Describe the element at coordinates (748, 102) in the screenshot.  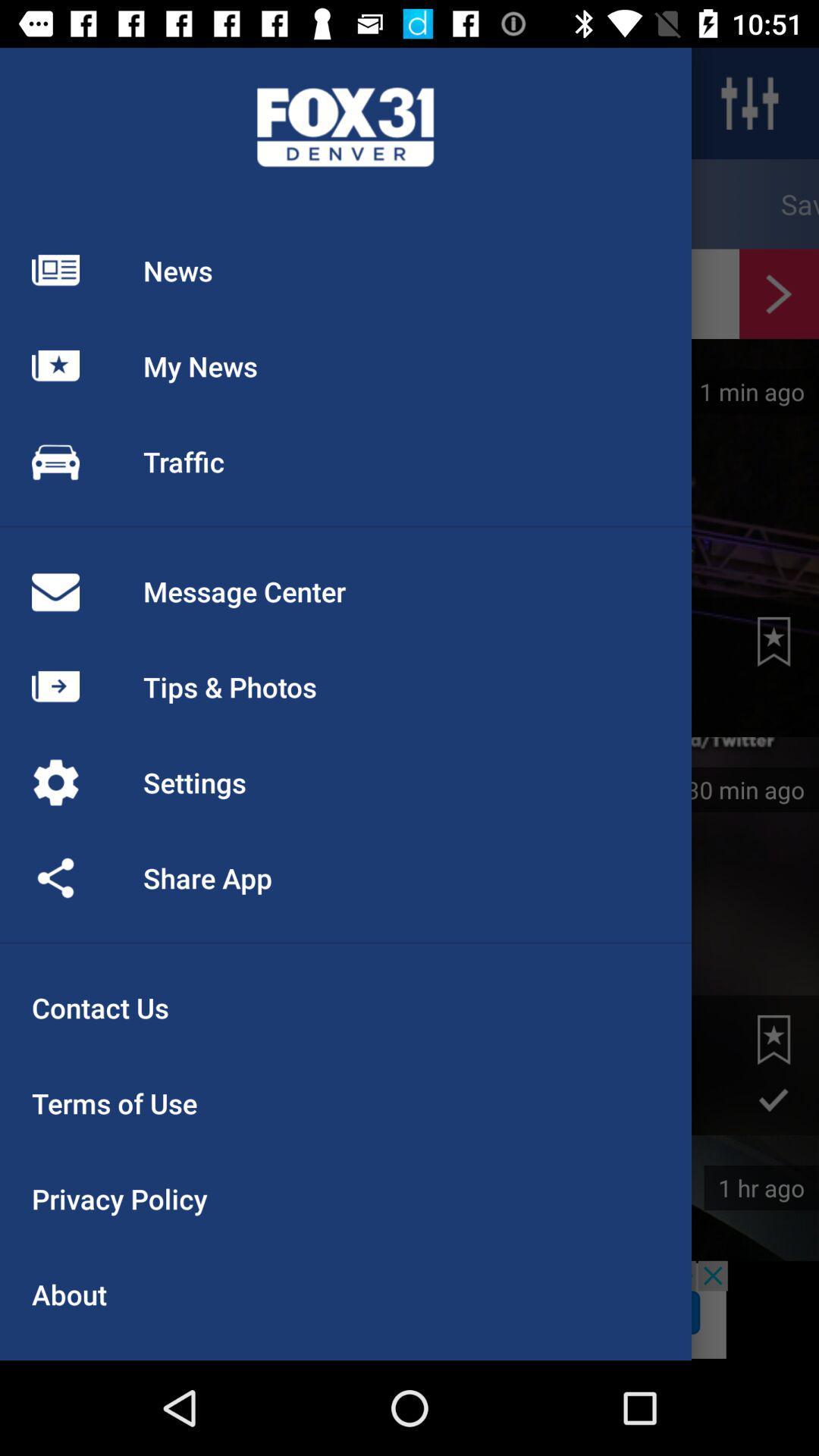
I see `the sliders icon` at that location.